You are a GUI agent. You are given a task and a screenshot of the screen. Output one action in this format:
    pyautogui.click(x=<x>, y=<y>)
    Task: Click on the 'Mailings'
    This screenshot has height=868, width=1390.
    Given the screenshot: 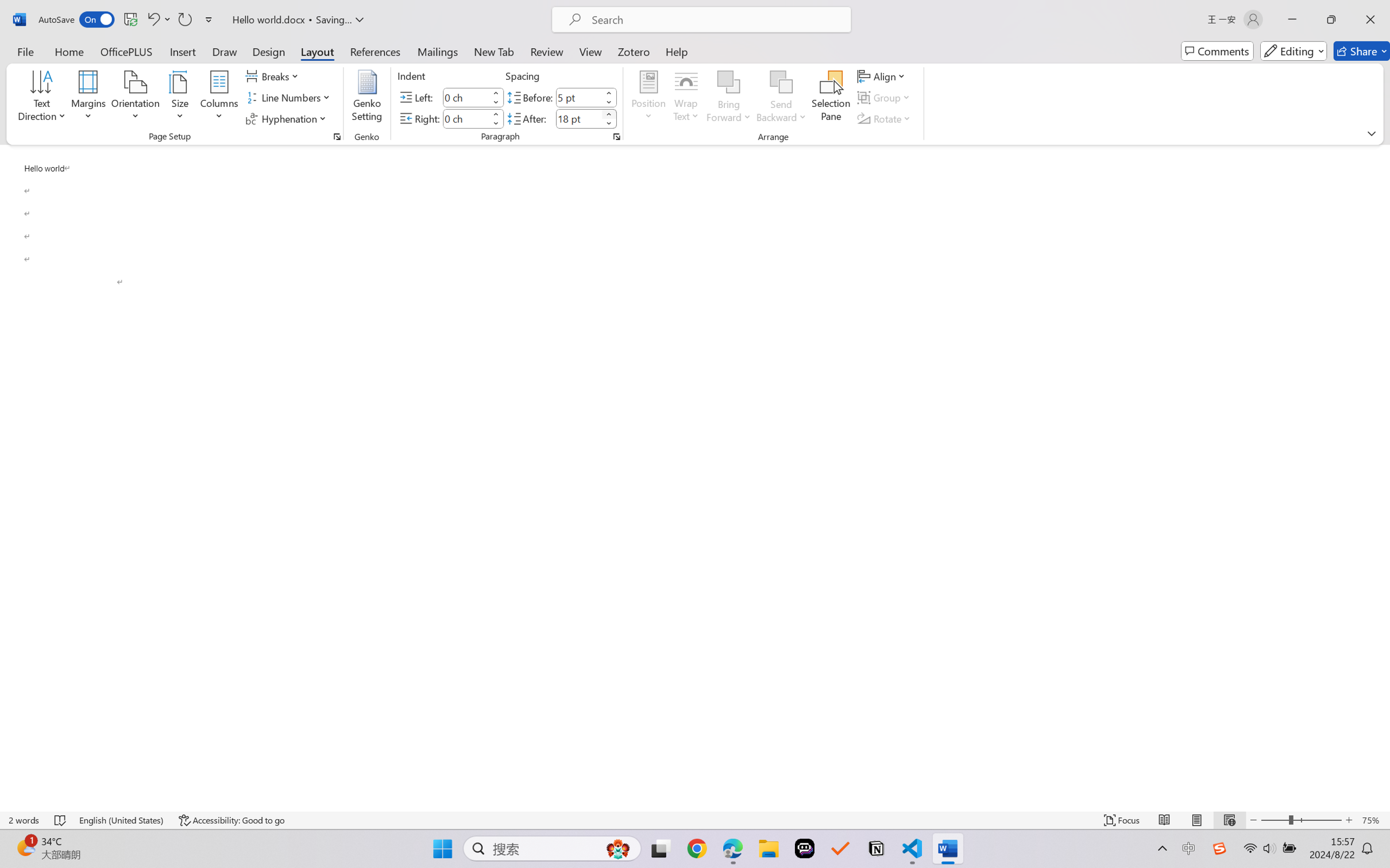 What is the action you would take?
    pyautogui.click(x=438, y=51)
    